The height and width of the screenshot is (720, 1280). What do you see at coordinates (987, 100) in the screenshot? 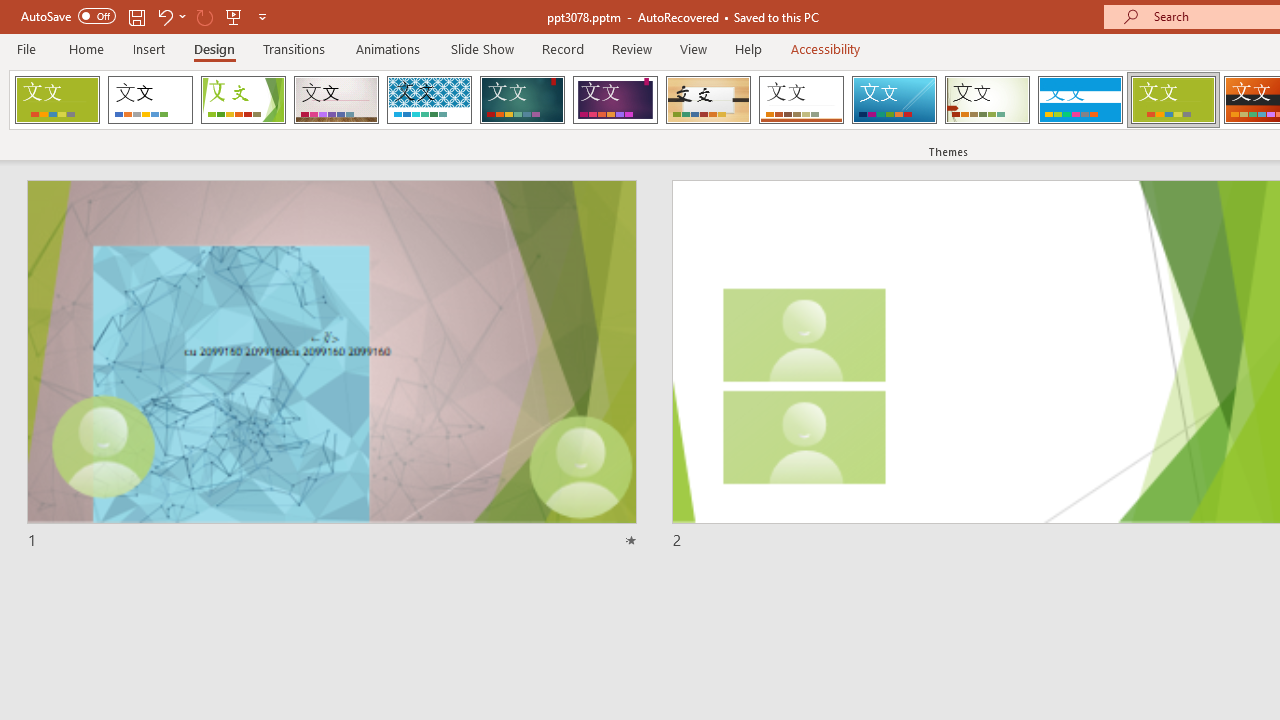
I see `'Wisp'` at bounding box center [987, 100].